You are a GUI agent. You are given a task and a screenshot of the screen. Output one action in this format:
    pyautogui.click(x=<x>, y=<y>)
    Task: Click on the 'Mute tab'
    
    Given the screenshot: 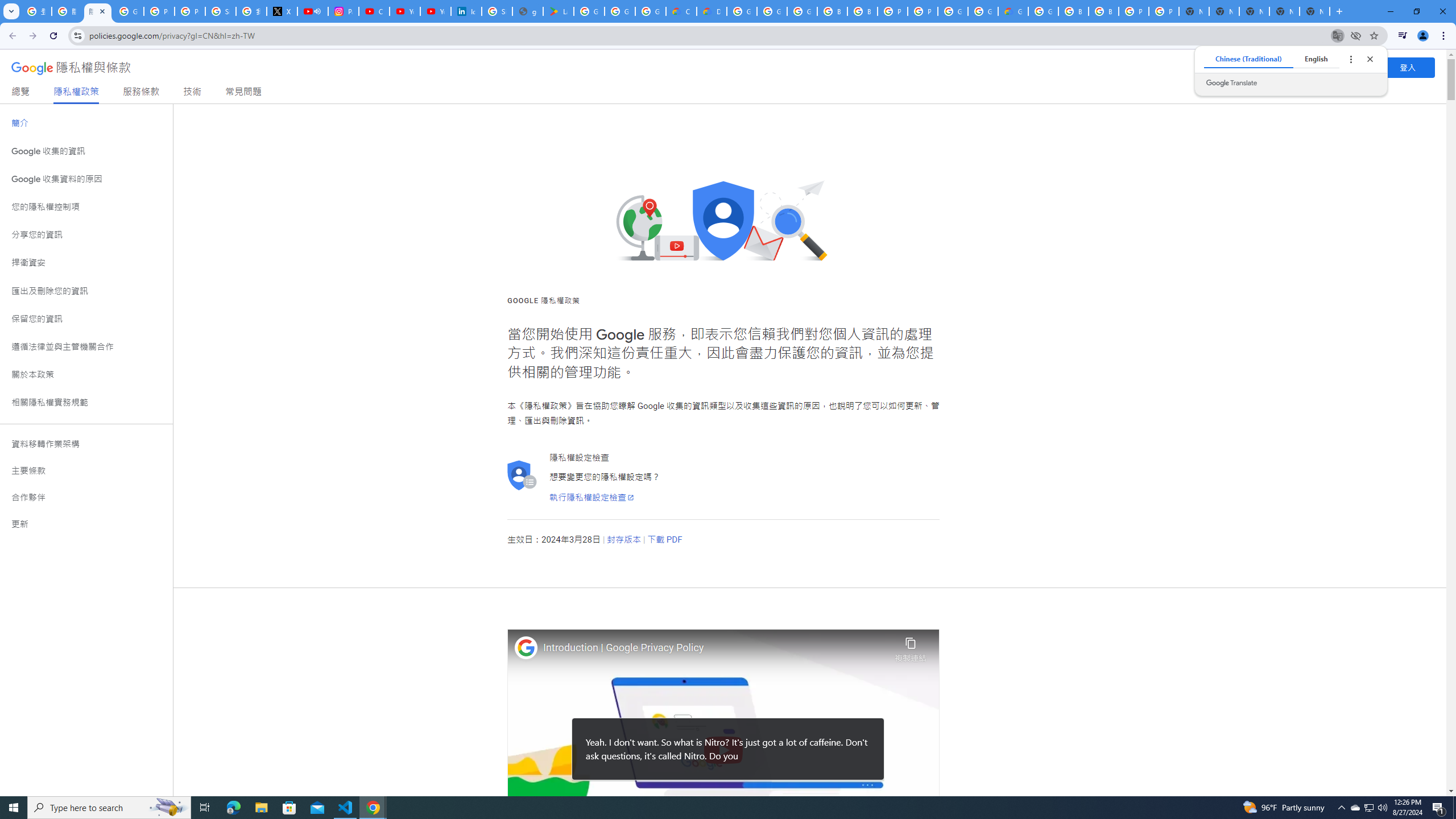 What is the action you would take?
    pyautogui.click(x=317, y=11)
    